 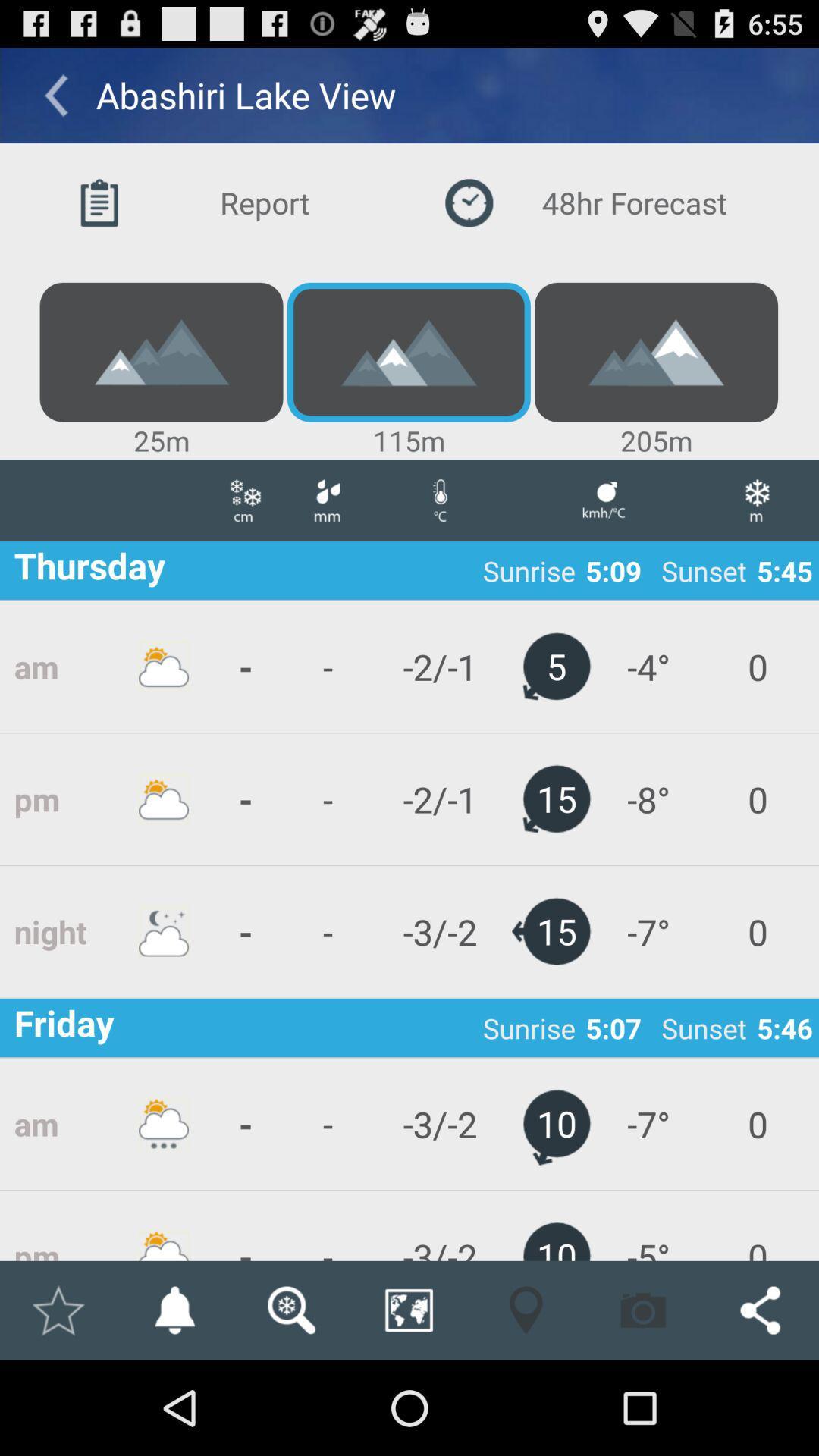 What do you see at coordinates (224, 202) in the screenshot?
I see `button to the left of the 48hr forecast` at bounding box center [224, 202].